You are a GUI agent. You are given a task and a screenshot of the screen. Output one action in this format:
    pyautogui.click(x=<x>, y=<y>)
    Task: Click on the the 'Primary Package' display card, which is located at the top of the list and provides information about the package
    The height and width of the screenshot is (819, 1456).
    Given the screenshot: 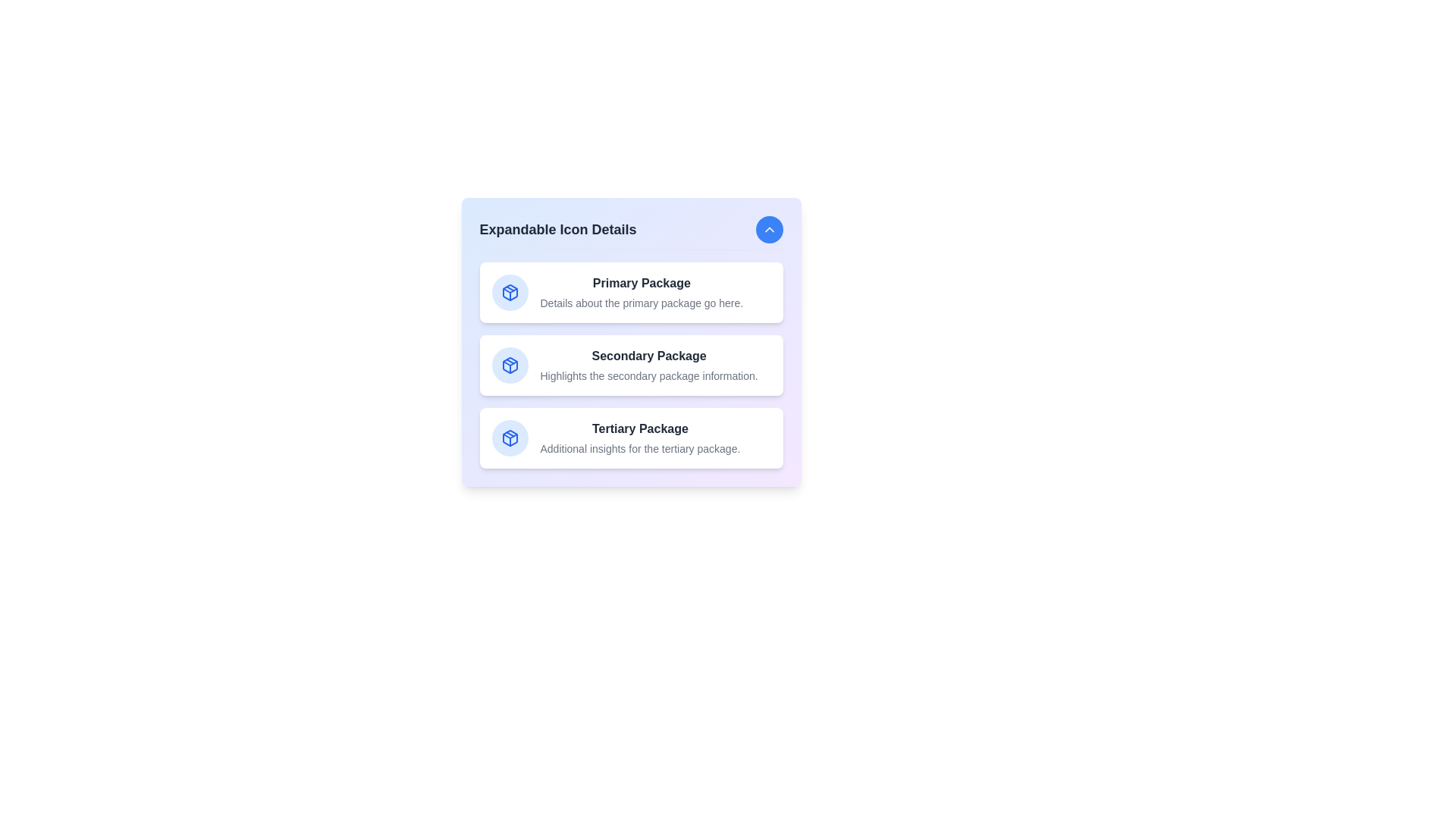 What is the action you would take?
    pyautogui.click(x=631, y=292)
    